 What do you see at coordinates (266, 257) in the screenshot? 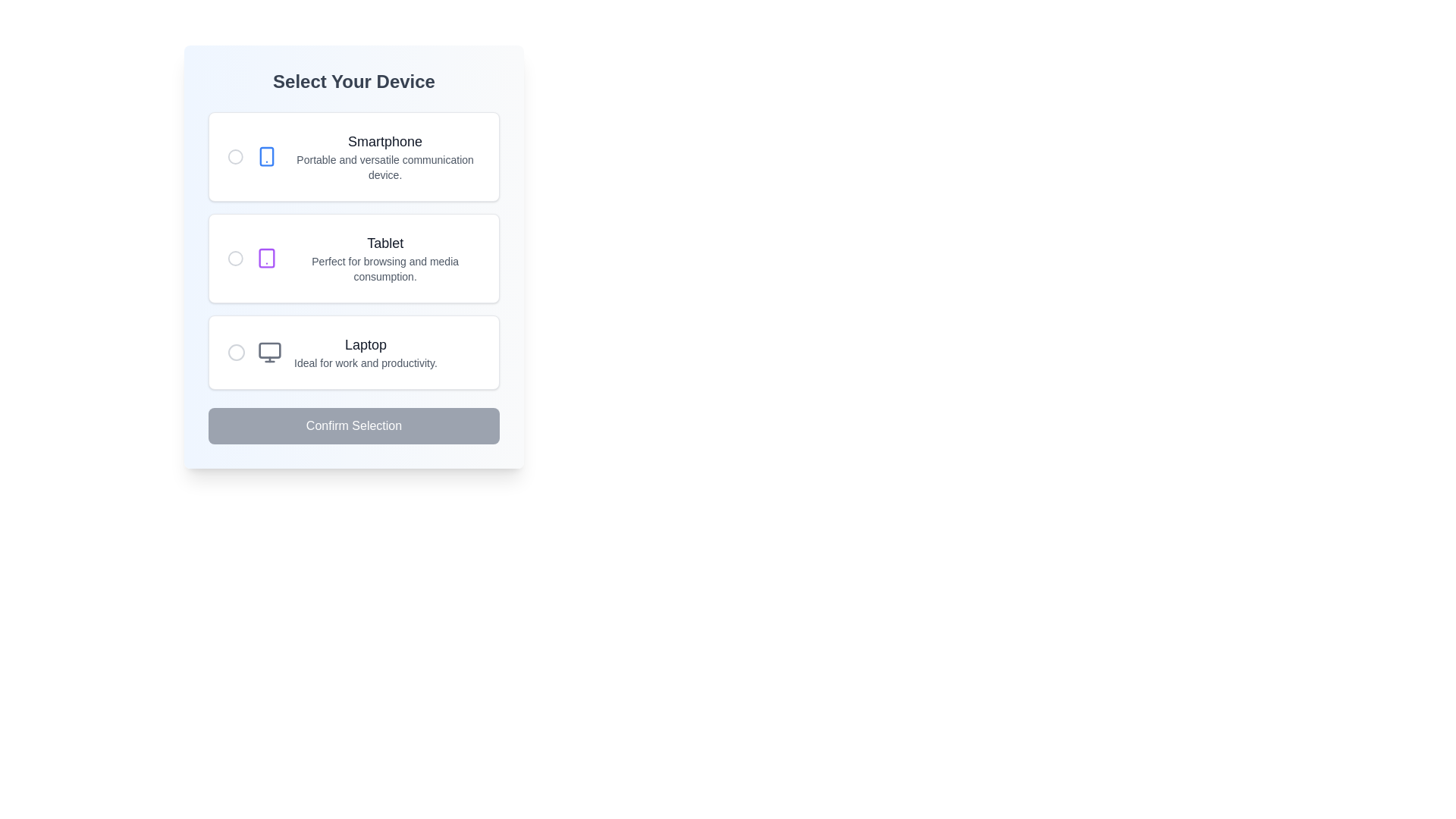
I see `the tablet icon, which is a minimalistic rectangular frame with a home button, located in the selection card labeled 'Tablet', next to the description 'Tablet Perfect for browsing and media consumption.'` at bounding box center [266, 257].